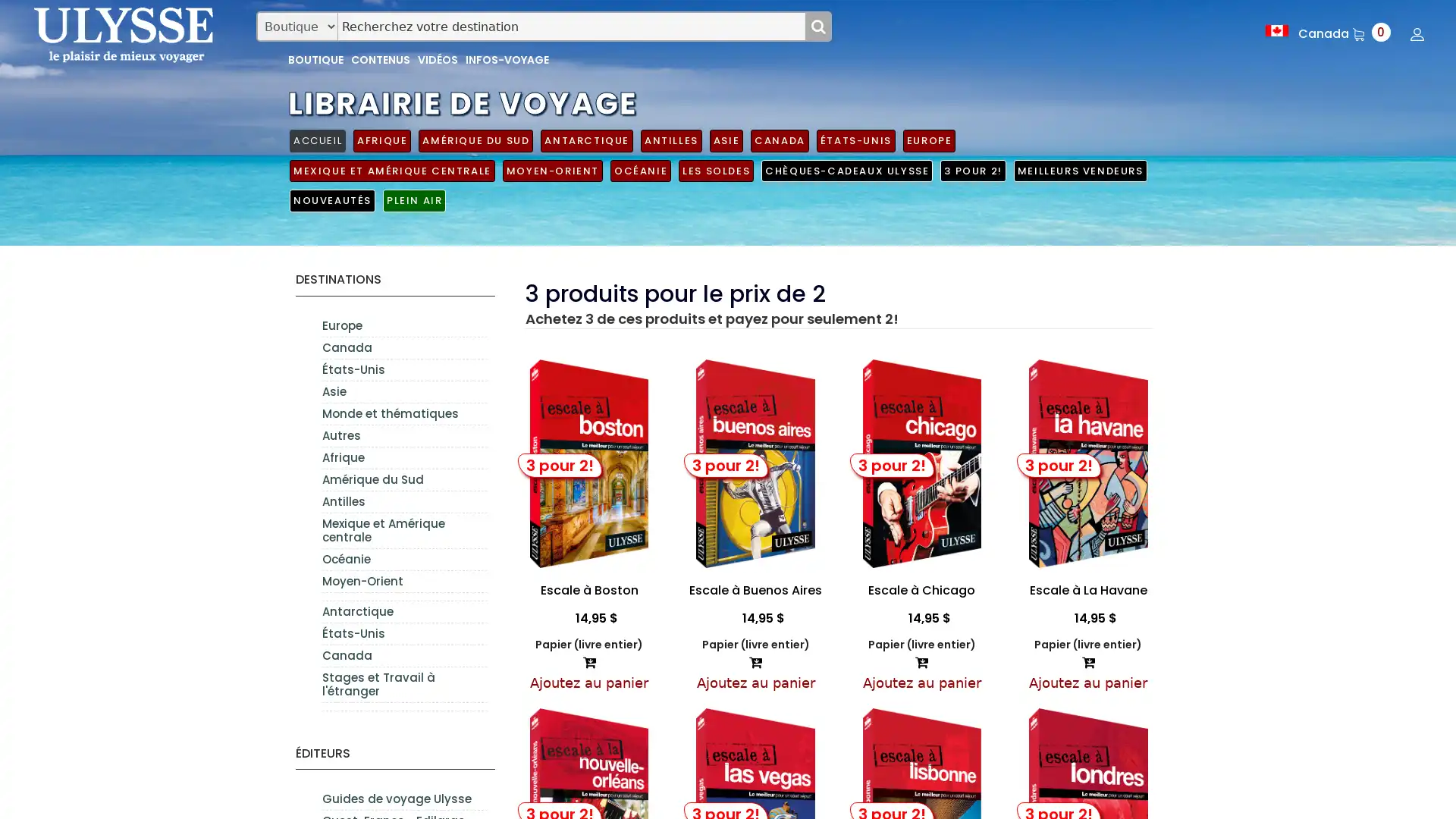 The height and width of the screenshot is (819, 1456). Describe the element at coordinates (1079, 170) in the screenshot. I see `MEILLEURS VENDEURS` at that location.